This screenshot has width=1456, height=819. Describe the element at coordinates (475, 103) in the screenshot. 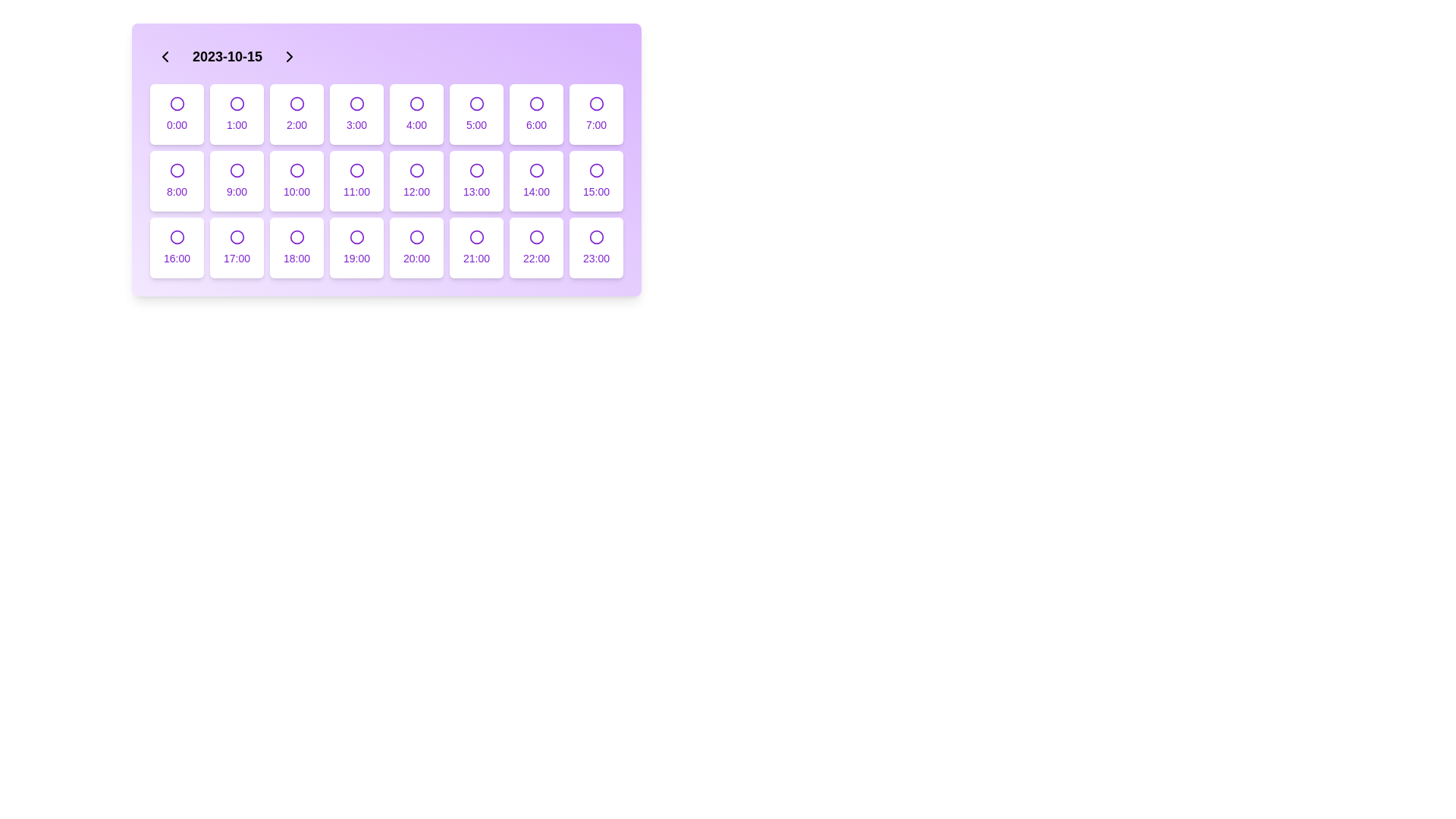

I see `the circular icon with a purple outline on a white background located in the second row and fifth column of the grid labeled '5:00'` at that location.